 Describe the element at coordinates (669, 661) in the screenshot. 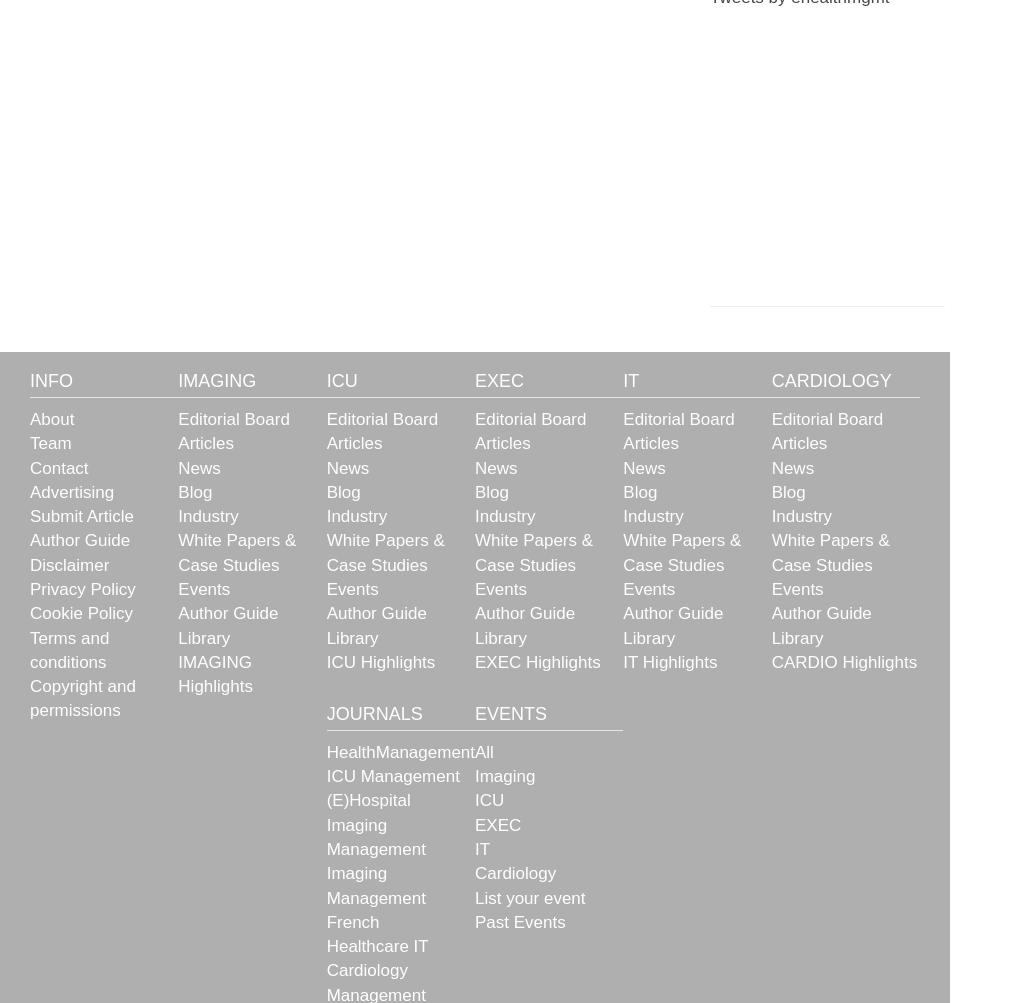

I see `'IT Highlights'` at that location.